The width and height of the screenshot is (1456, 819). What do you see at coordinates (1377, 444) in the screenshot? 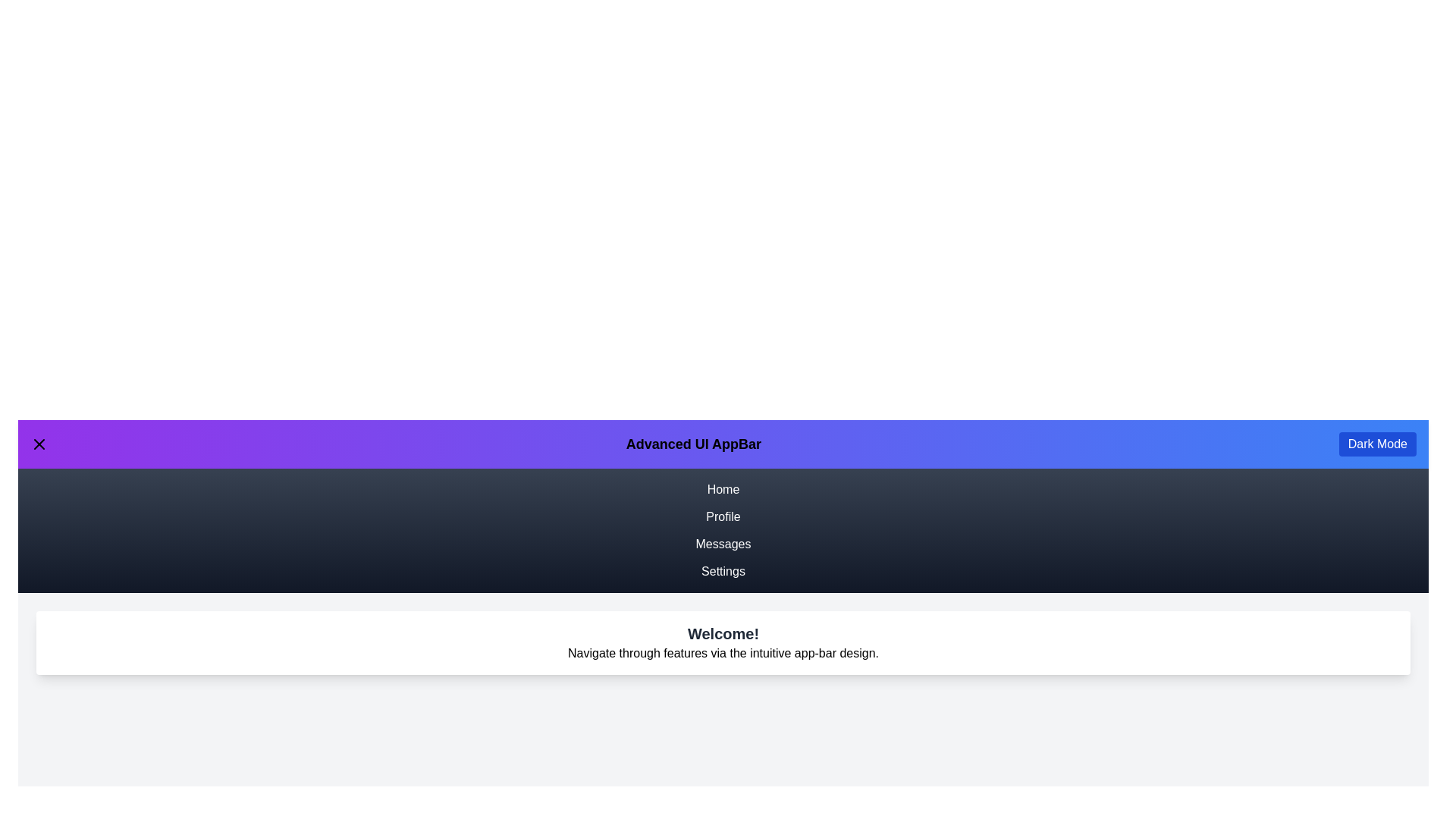
I see `the 'Dark Mode' button to toggle the mode` at bounding box center [1377, 444].